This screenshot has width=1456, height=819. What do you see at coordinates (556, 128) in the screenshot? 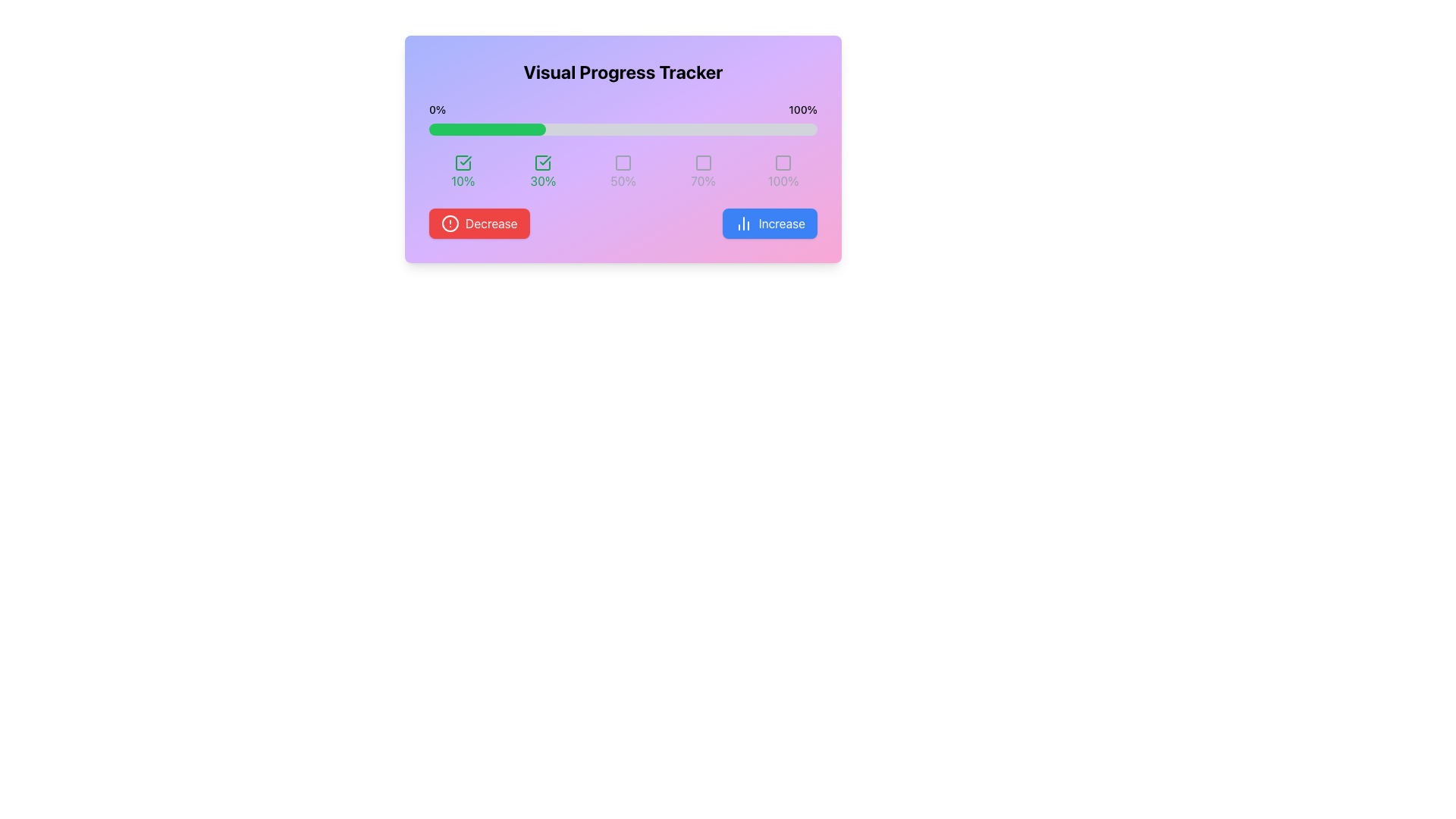
I see `the progress level` at bounding box center [556, 128].